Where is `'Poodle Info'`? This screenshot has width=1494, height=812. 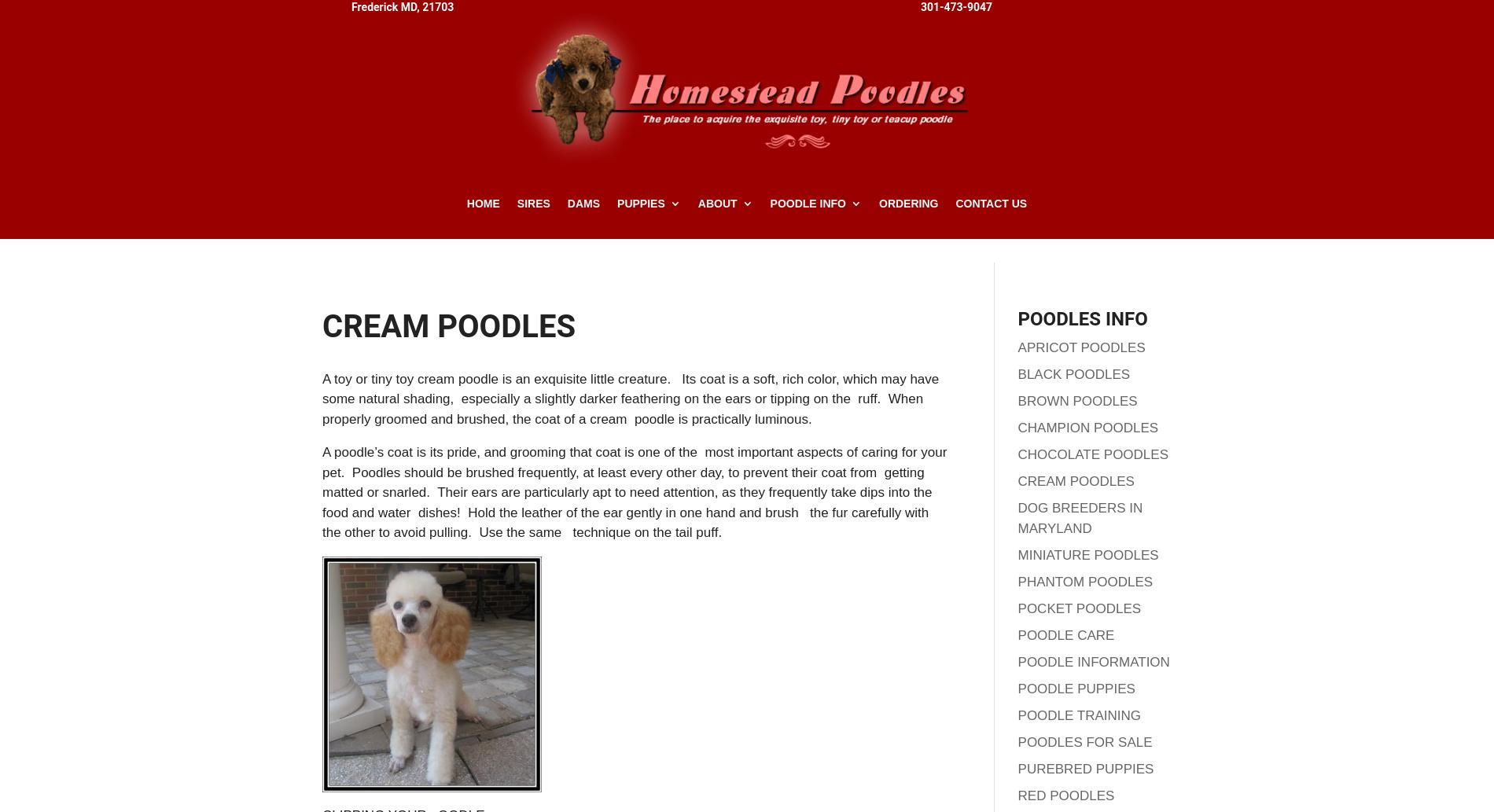
'Poodle Info' is located at coordinates (770, 202).